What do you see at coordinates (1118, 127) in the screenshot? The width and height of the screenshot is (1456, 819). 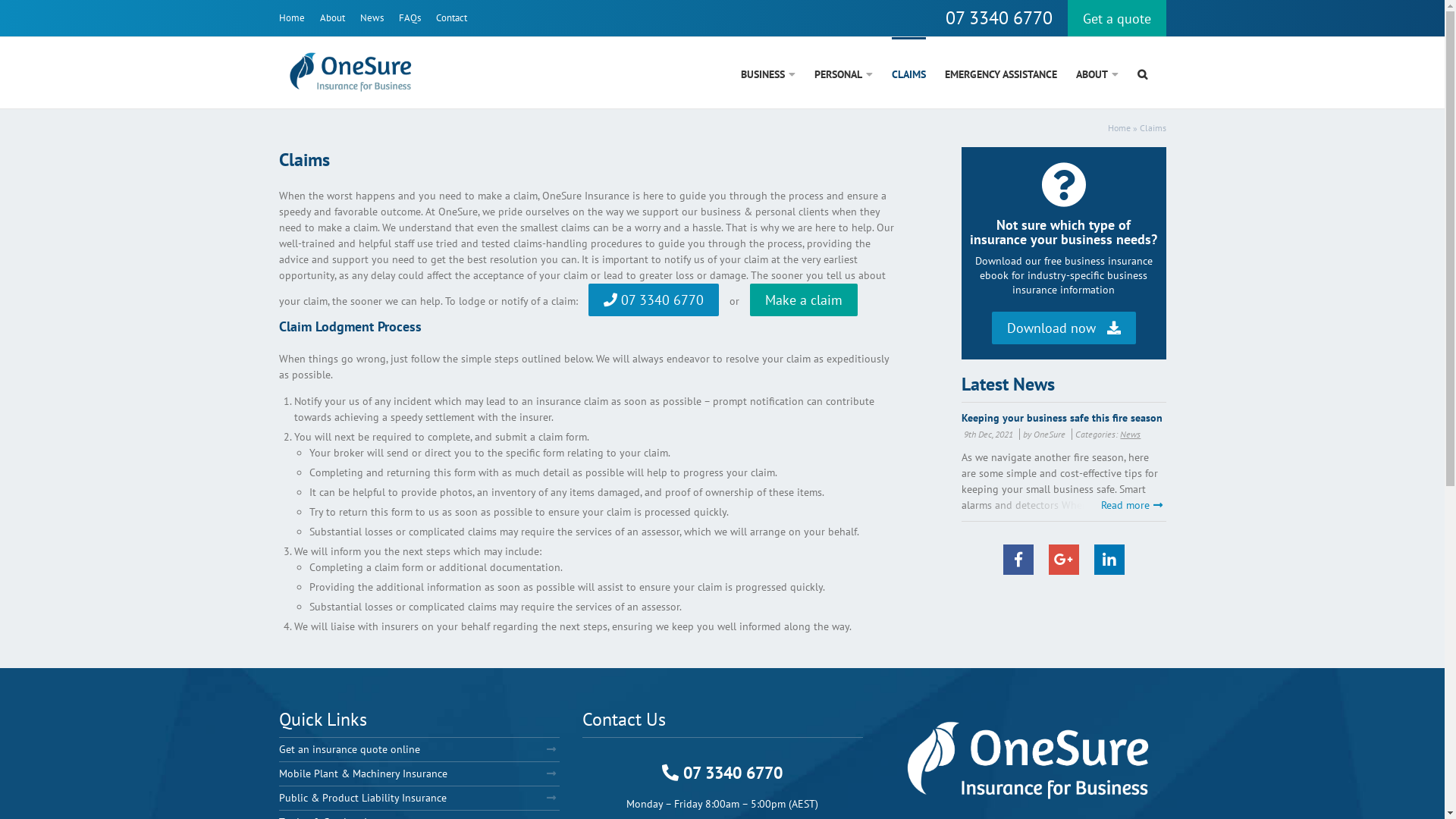 I see `'Home'` at bounding box center [1118, 127].